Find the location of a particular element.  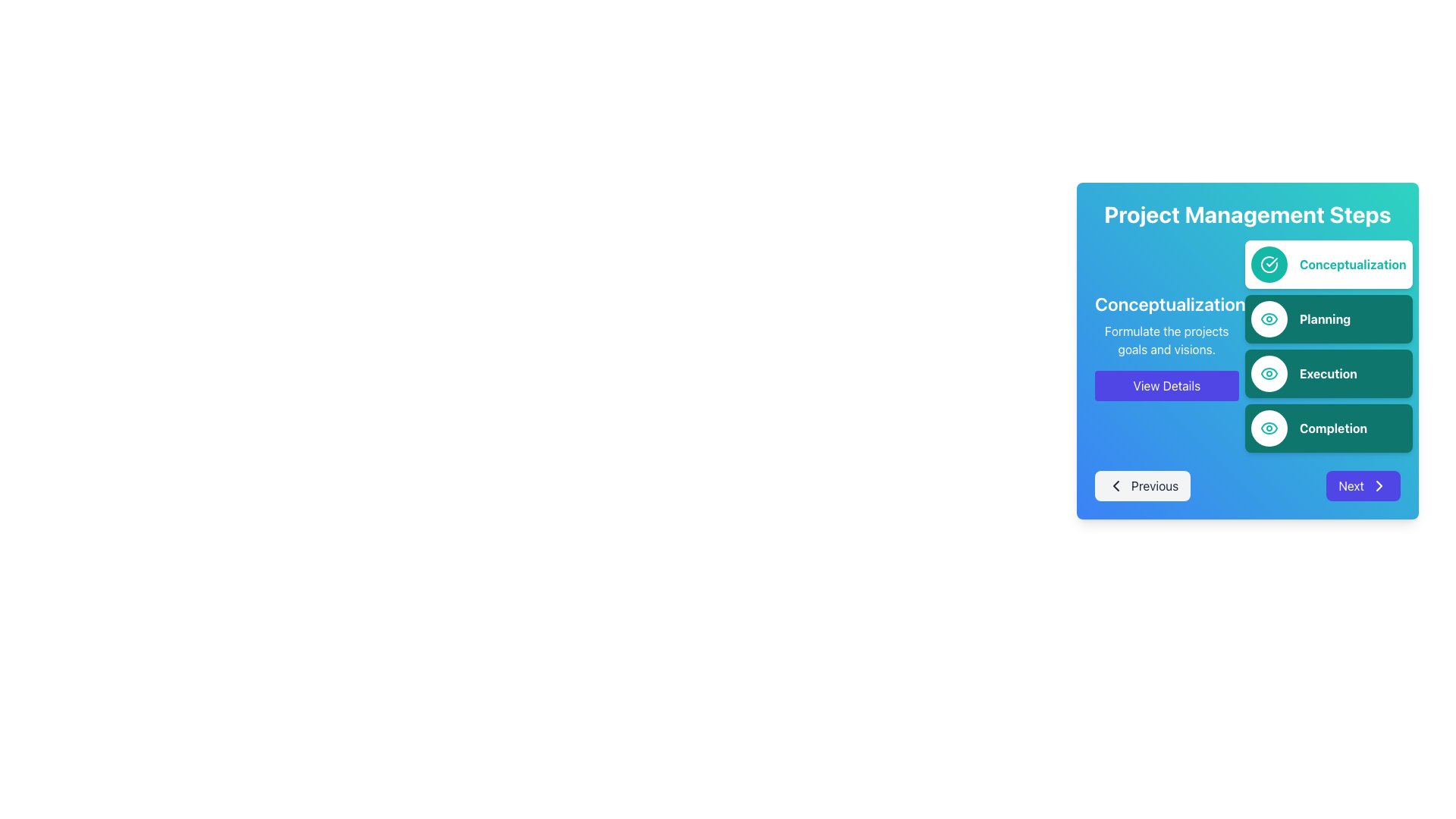

the 'Previous' button, which is a rectangular button with rounded corners, displaying the text 'Previous' and a leftward chevron icon, indicating a disabled state is located at coordinates (1143, 485).